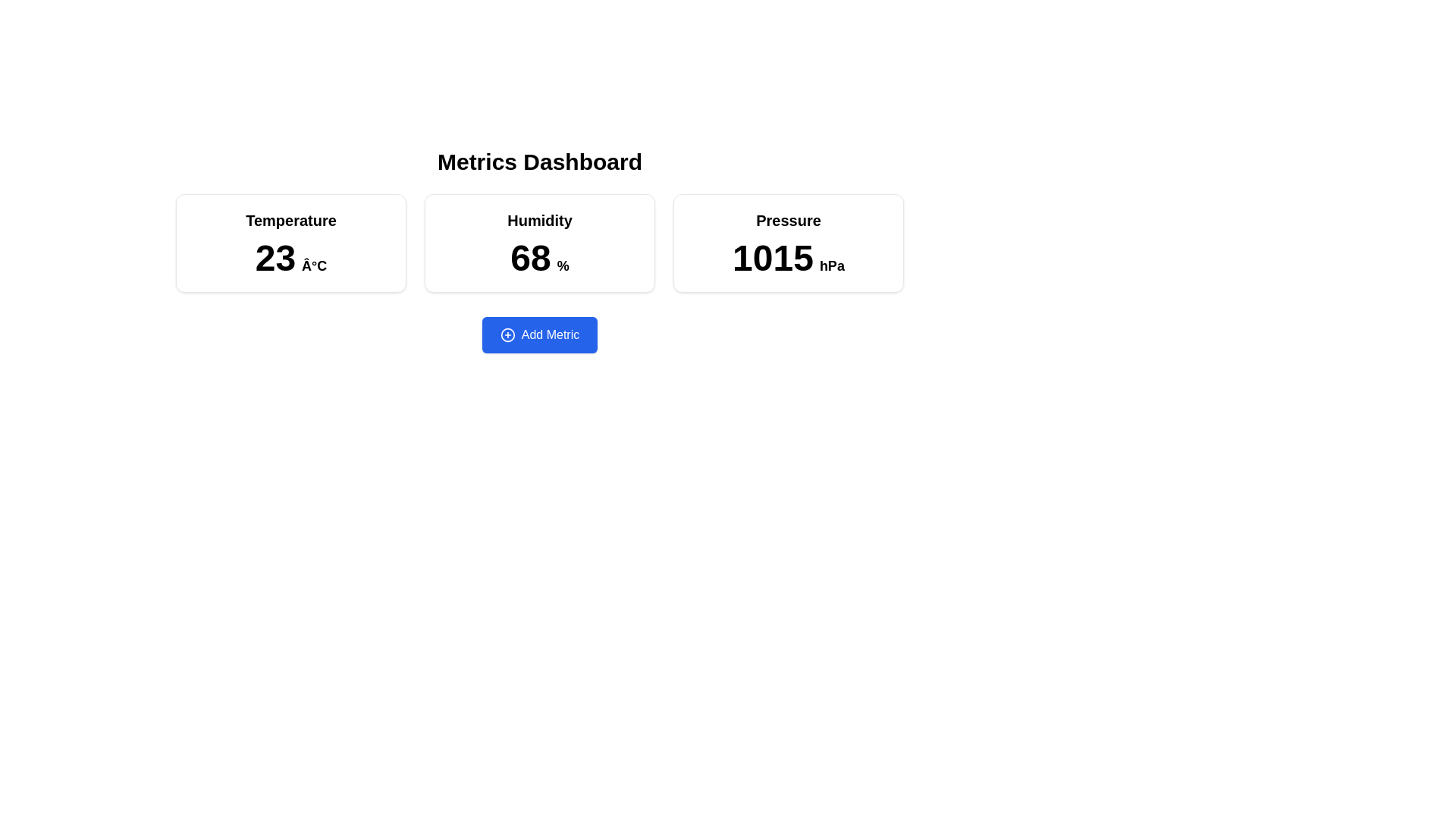 The width and height of the screenshot is (1456, 819). What do you see at coordinates (507, 334) in the screenshot?
I see `the icon that reinforces the meaning of the 'Add Metric' button, located to the left side of the button text` at bounding box center [507, 334].